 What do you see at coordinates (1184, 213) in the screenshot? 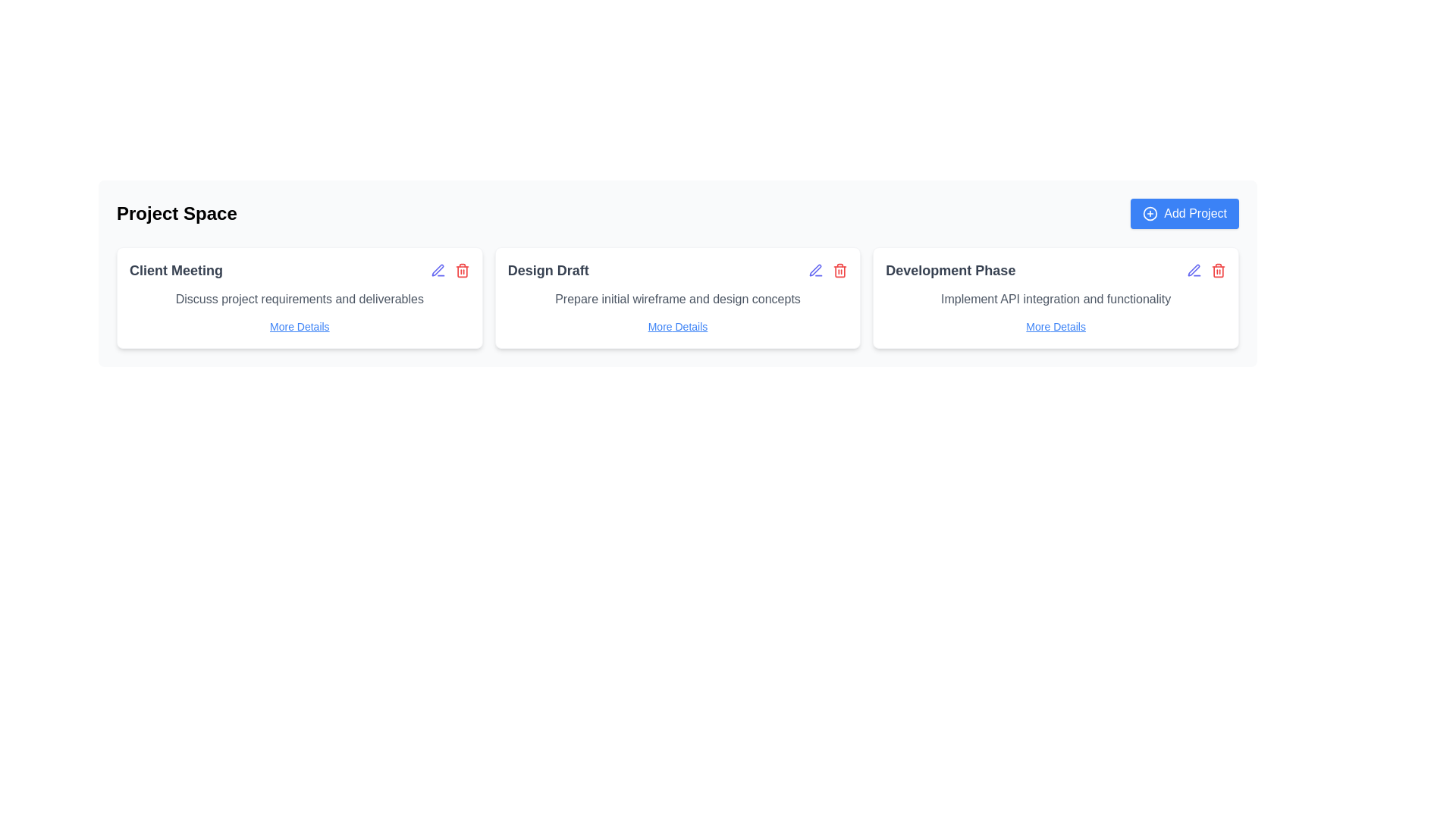
I see `the 'Add Project' button located in the upper-right corner of the 'Project Space' header section` at bounding box center [1184, 213].